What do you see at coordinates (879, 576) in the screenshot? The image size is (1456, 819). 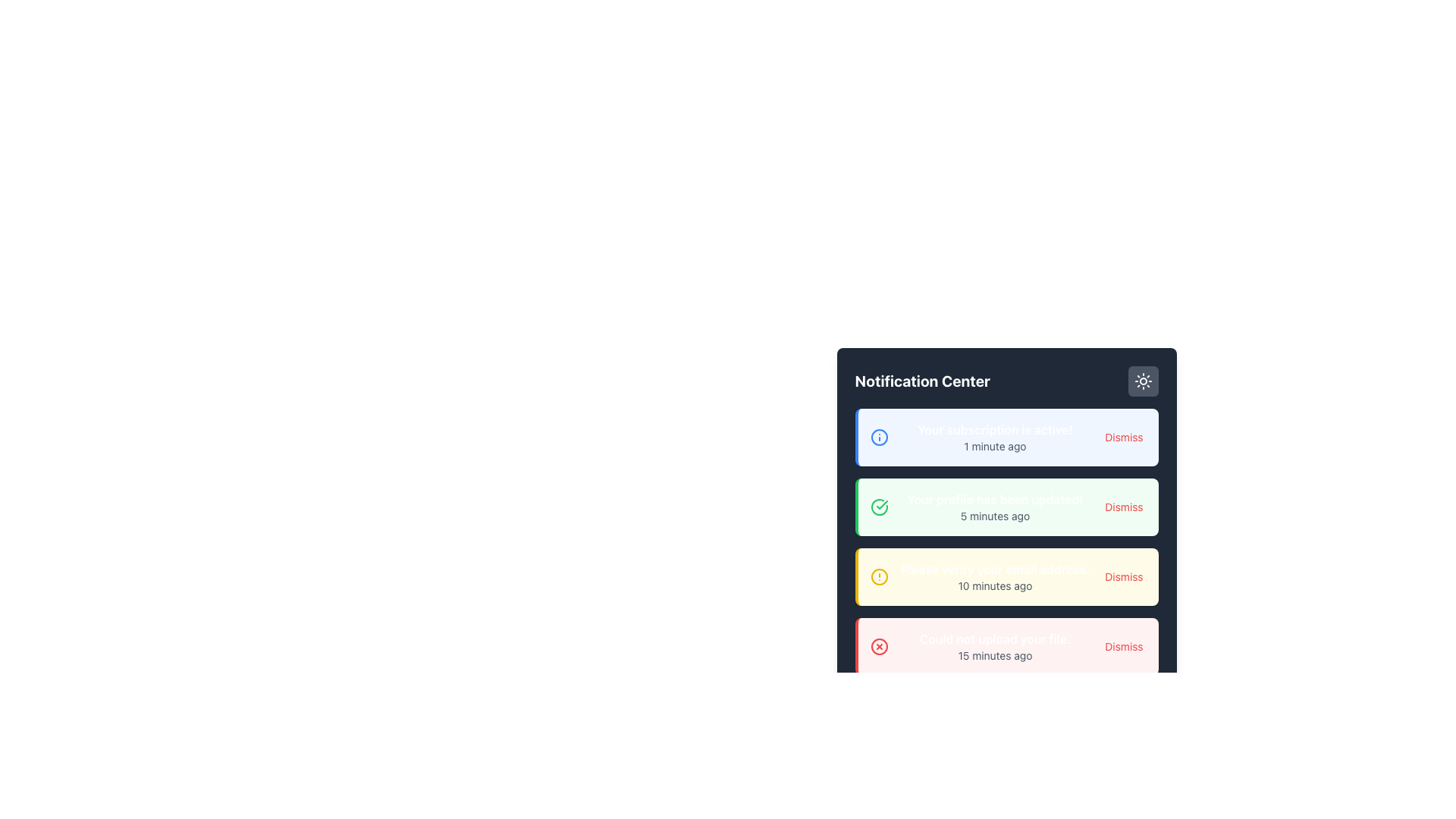 I see `circular alert icon with a yellow outline and exclamation mark located in the top-left corner of the notification card that prompts 'Please verify your email address'` at bounding box center [879, 576].